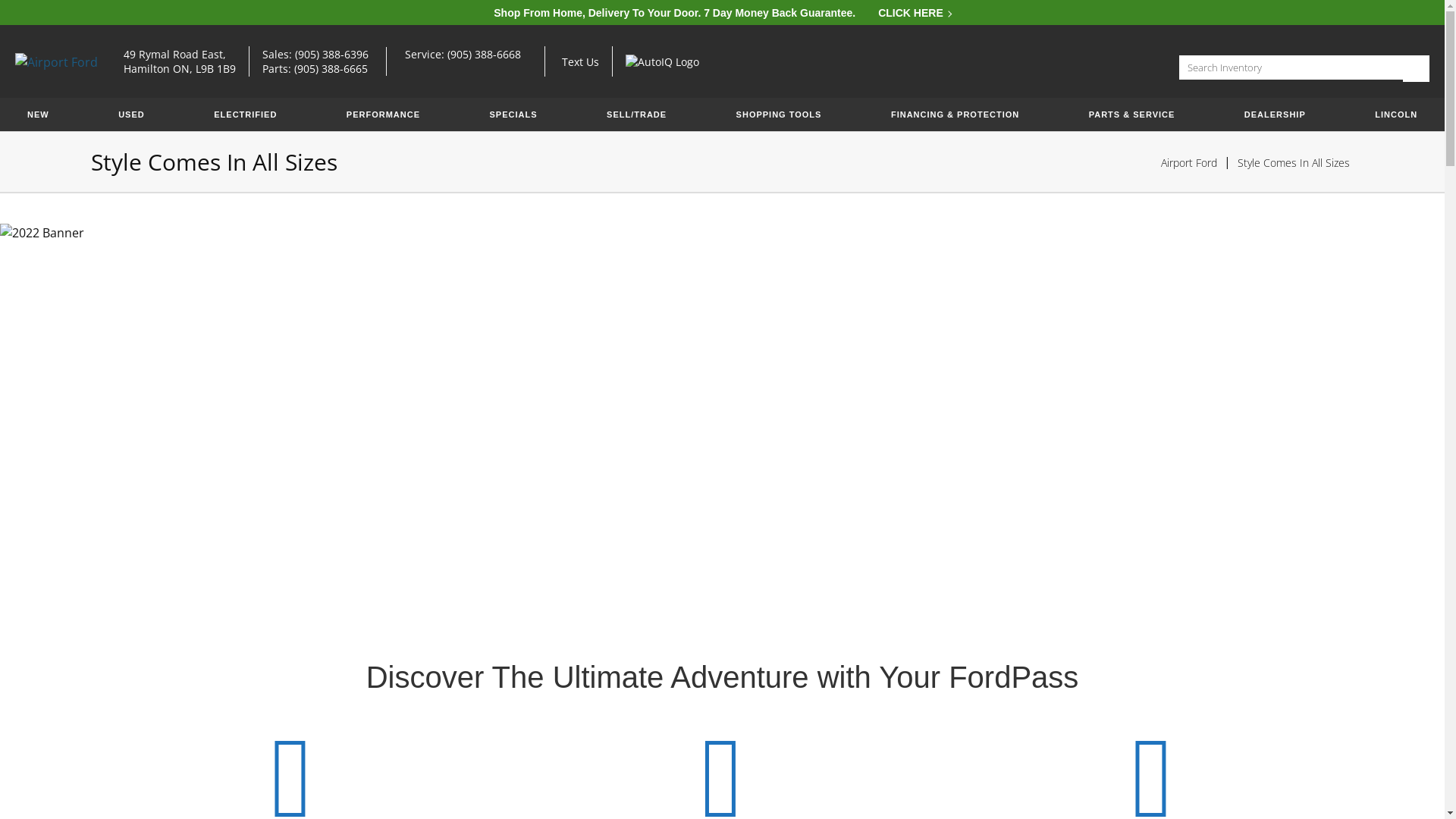 This screenshot has height=819, width=1456. I want to click on 'Sales: (905) 388-6396', so click(262, 53).